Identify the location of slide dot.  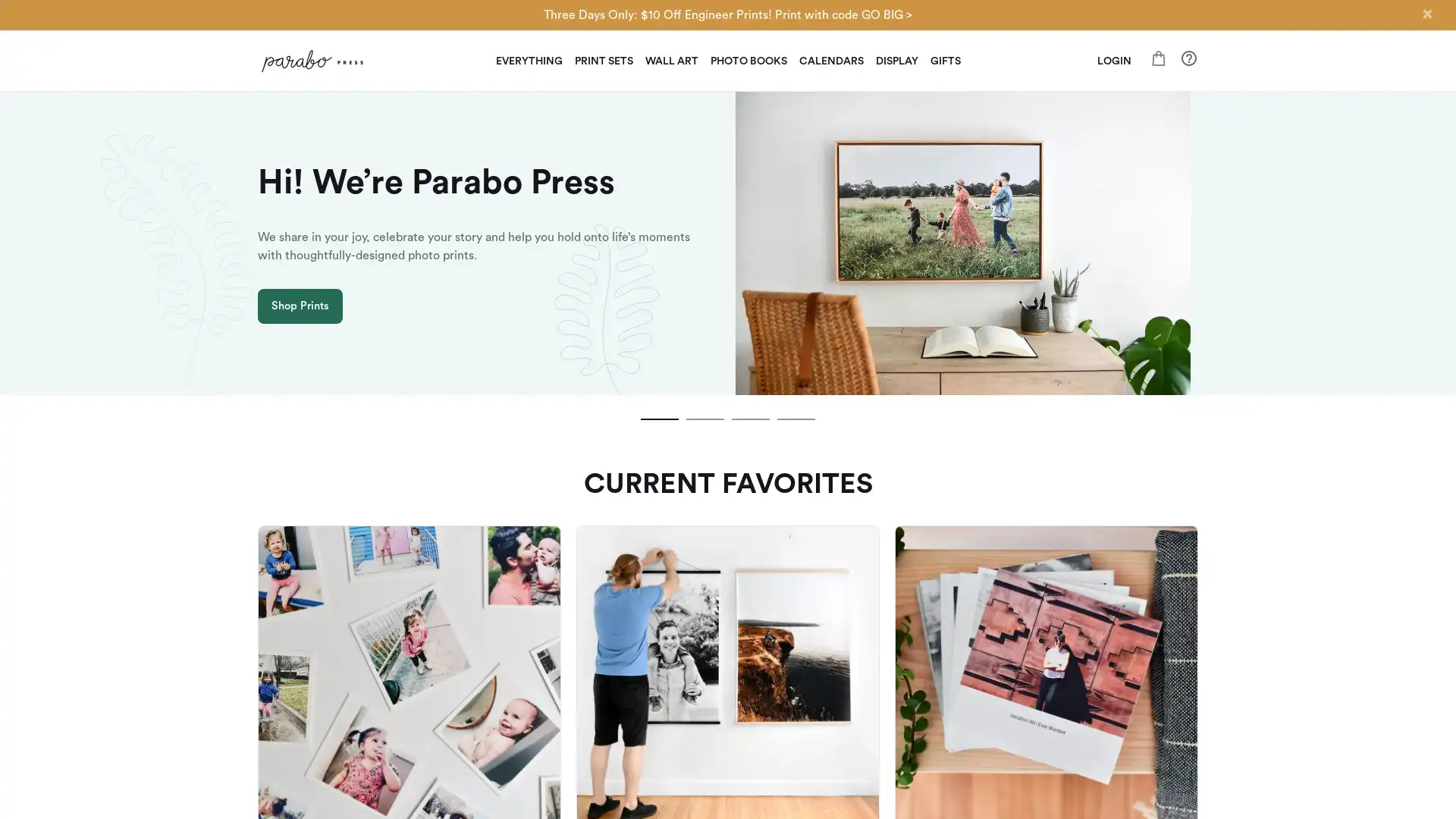
(659, 419).